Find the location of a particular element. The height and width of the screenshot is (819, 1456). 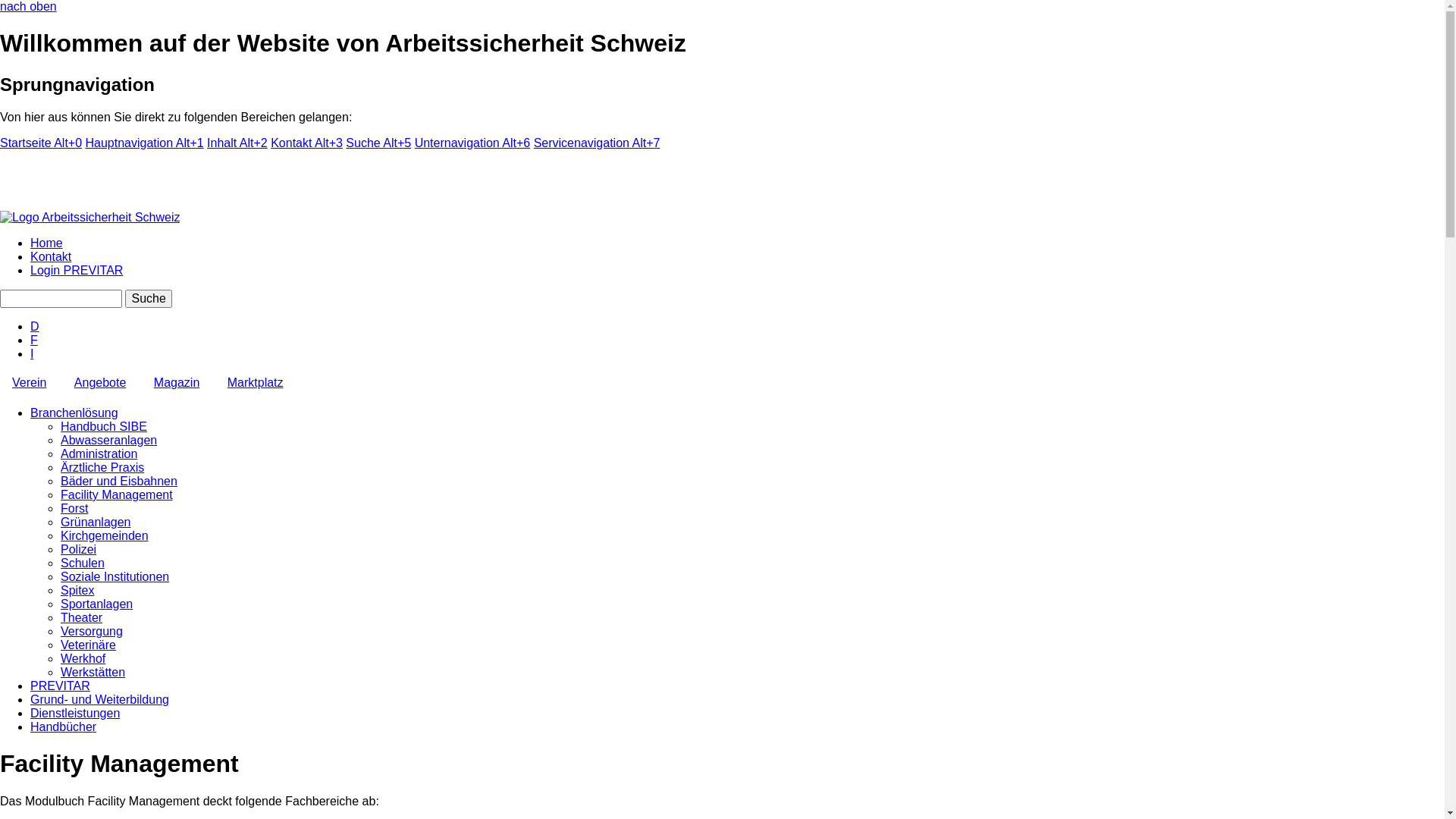

'F' is located at coordinates (33, 339).